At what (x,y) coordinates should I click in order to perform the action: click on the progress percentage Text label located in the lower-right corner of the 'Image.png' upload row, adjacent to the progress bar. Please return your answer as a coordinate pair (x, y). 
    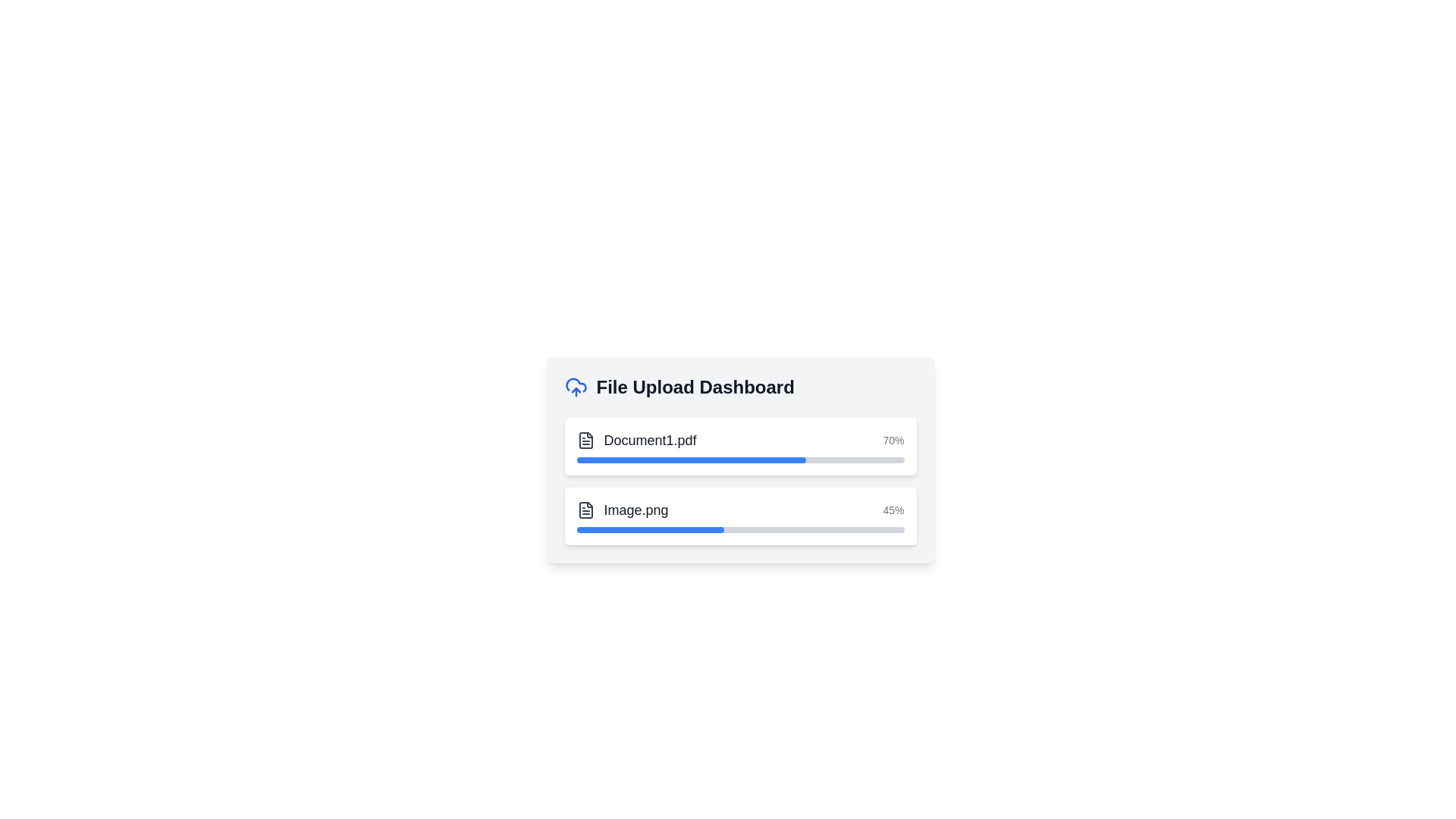
    Looking at the image, I should click on (893, 510).